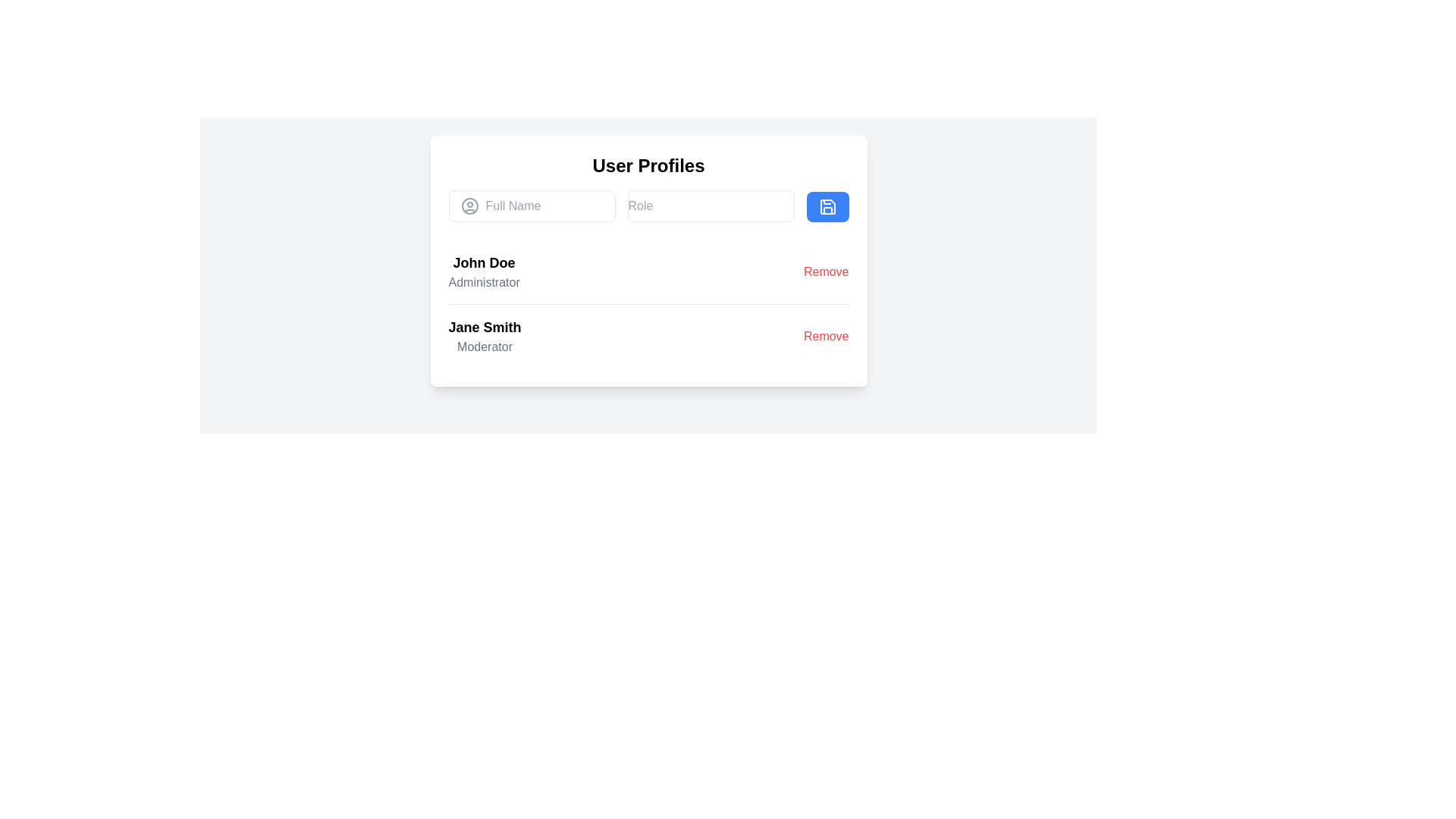 The image size is (1456, 819). Describe the element at coordinates (469, 206) in the screenshot. I see `the Decorative icon indicating the 'Full Name' input field, which is positioned at the left margin of the input area within the user profile section` at that location.